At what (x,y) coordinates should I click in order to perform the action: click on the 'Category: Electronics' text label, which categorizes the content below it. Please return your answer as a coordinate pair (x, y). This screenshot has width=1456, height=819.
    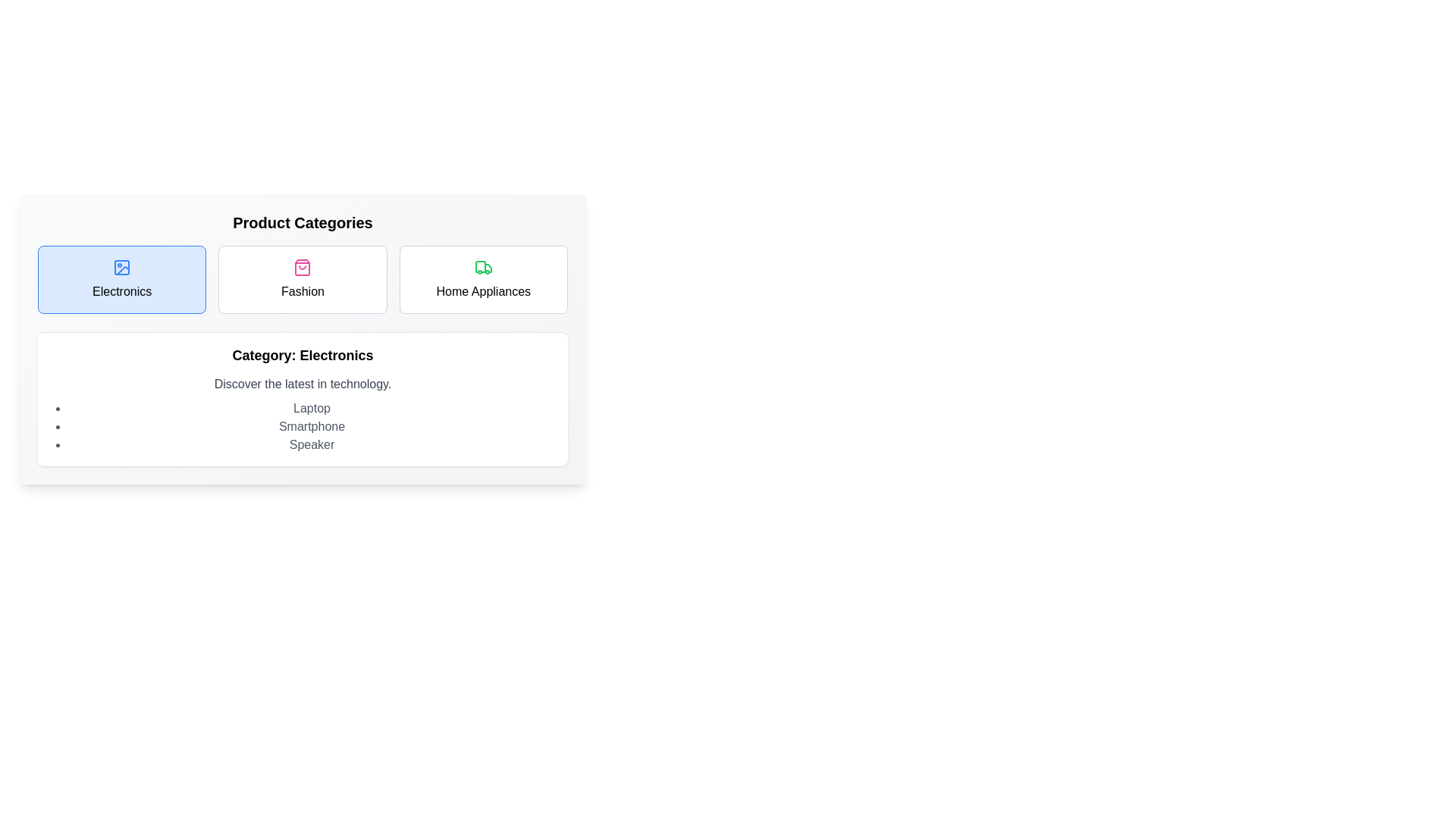
    Looking at the image, I should click on (303, 356).